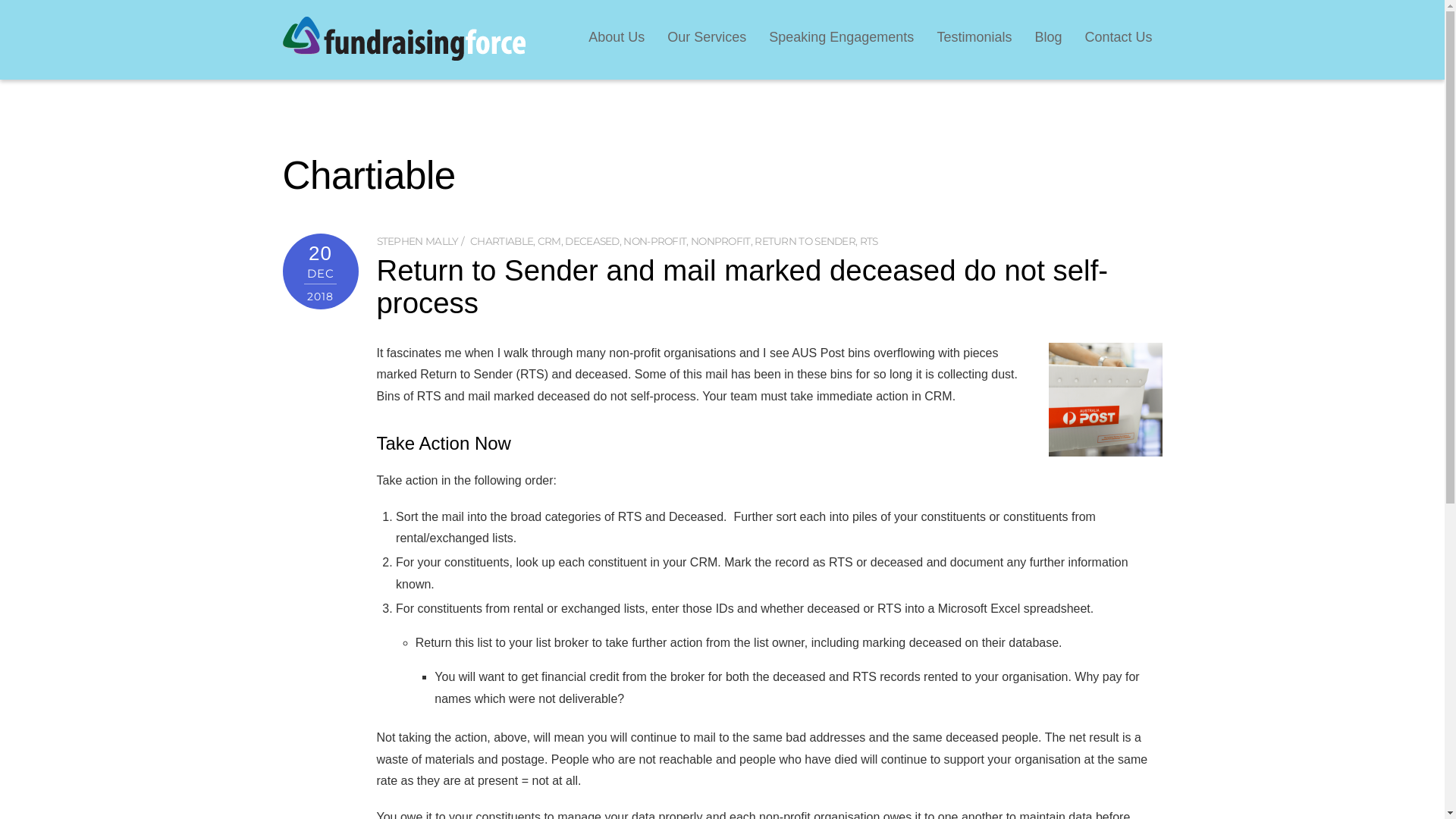  What do you see at coordinates (501, 240) in the screenshot?
I see `'CHARTIABLE'` at bounding box center [501, 240].